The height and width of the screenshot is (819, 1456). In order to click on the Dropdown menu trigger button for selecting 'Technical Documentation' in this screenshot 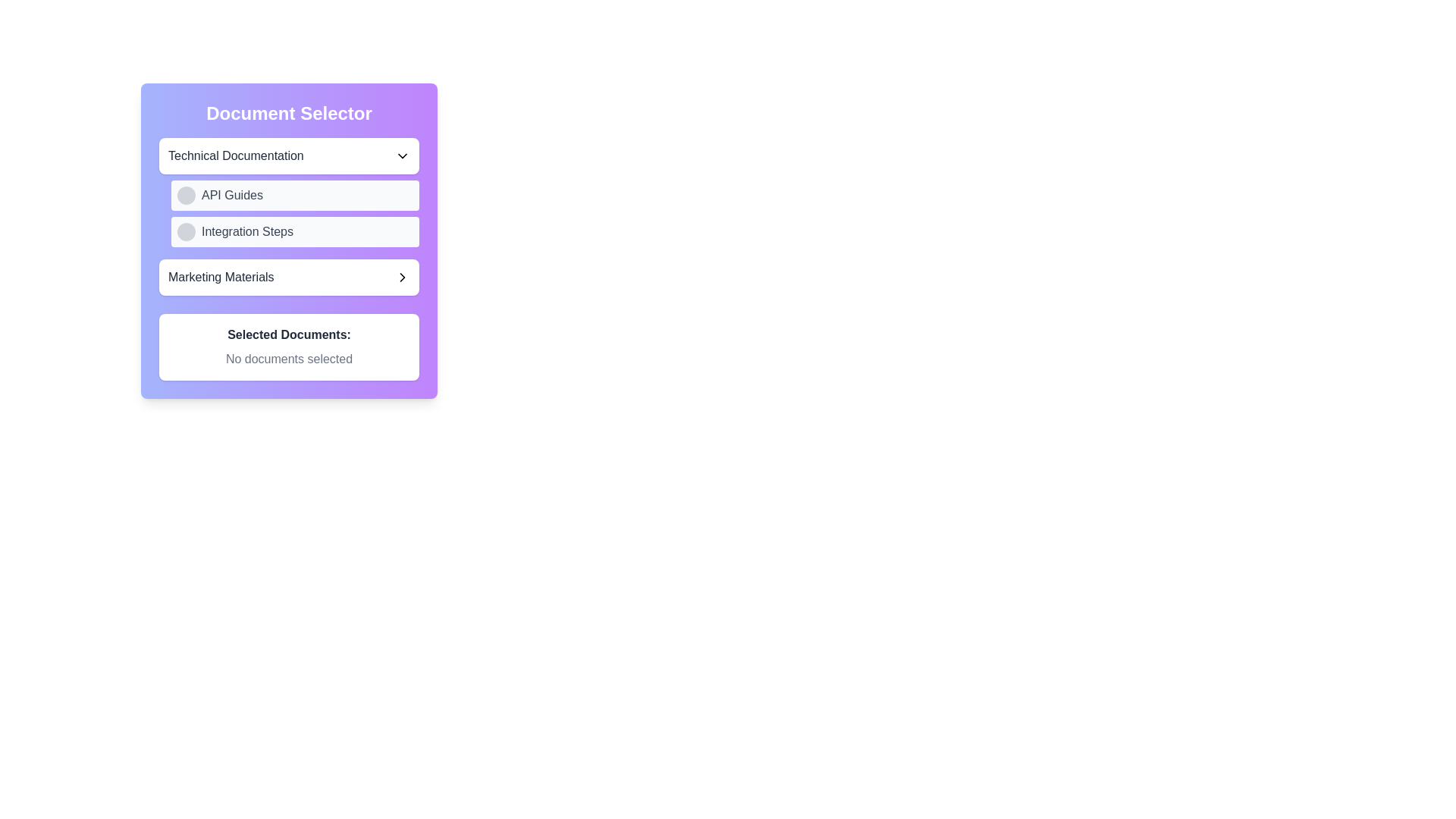, I will do `click(289, 155)`.